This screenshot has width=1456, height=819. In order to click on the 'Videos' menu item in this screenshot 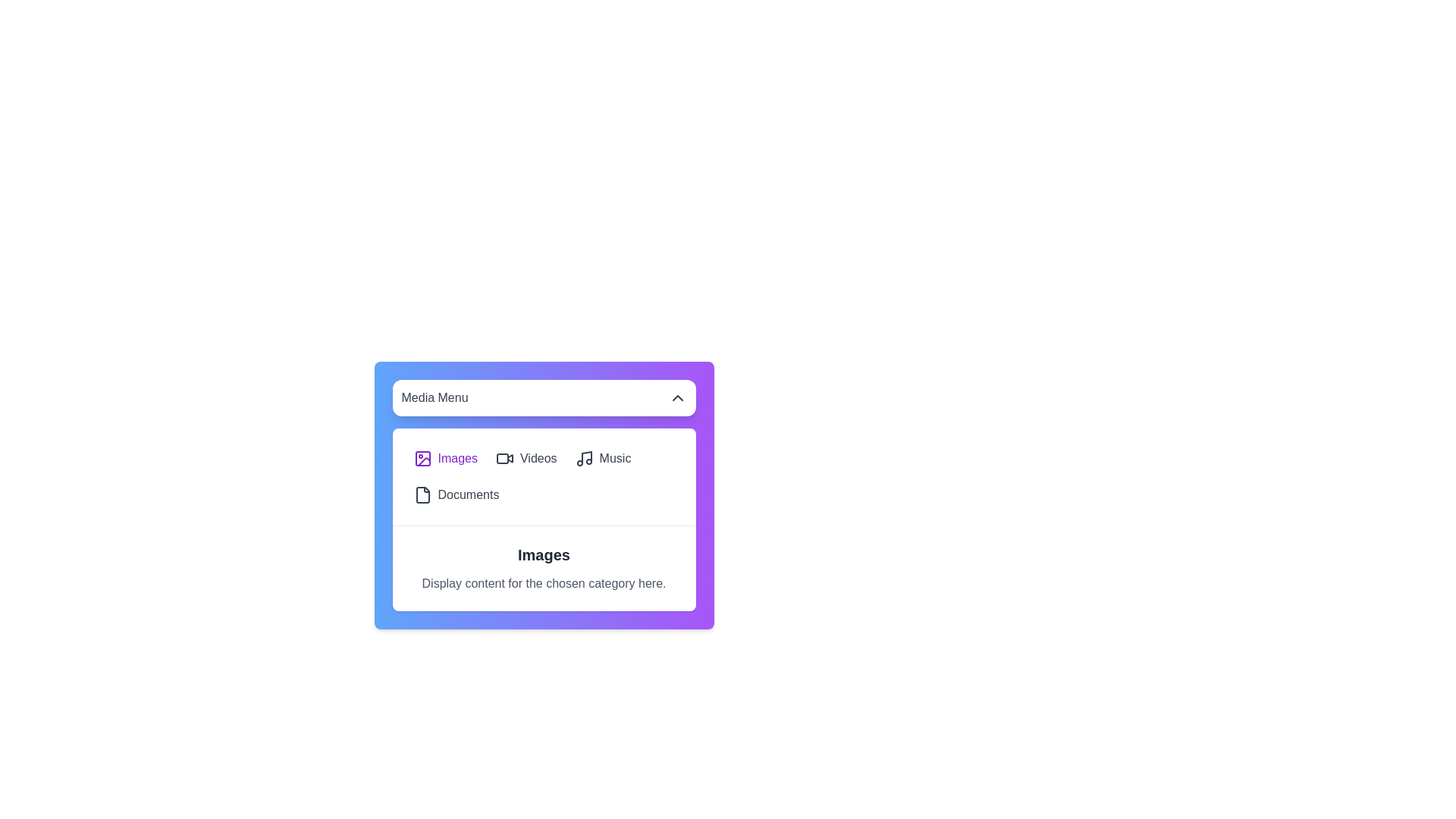, I will do `click(526, 458)`.